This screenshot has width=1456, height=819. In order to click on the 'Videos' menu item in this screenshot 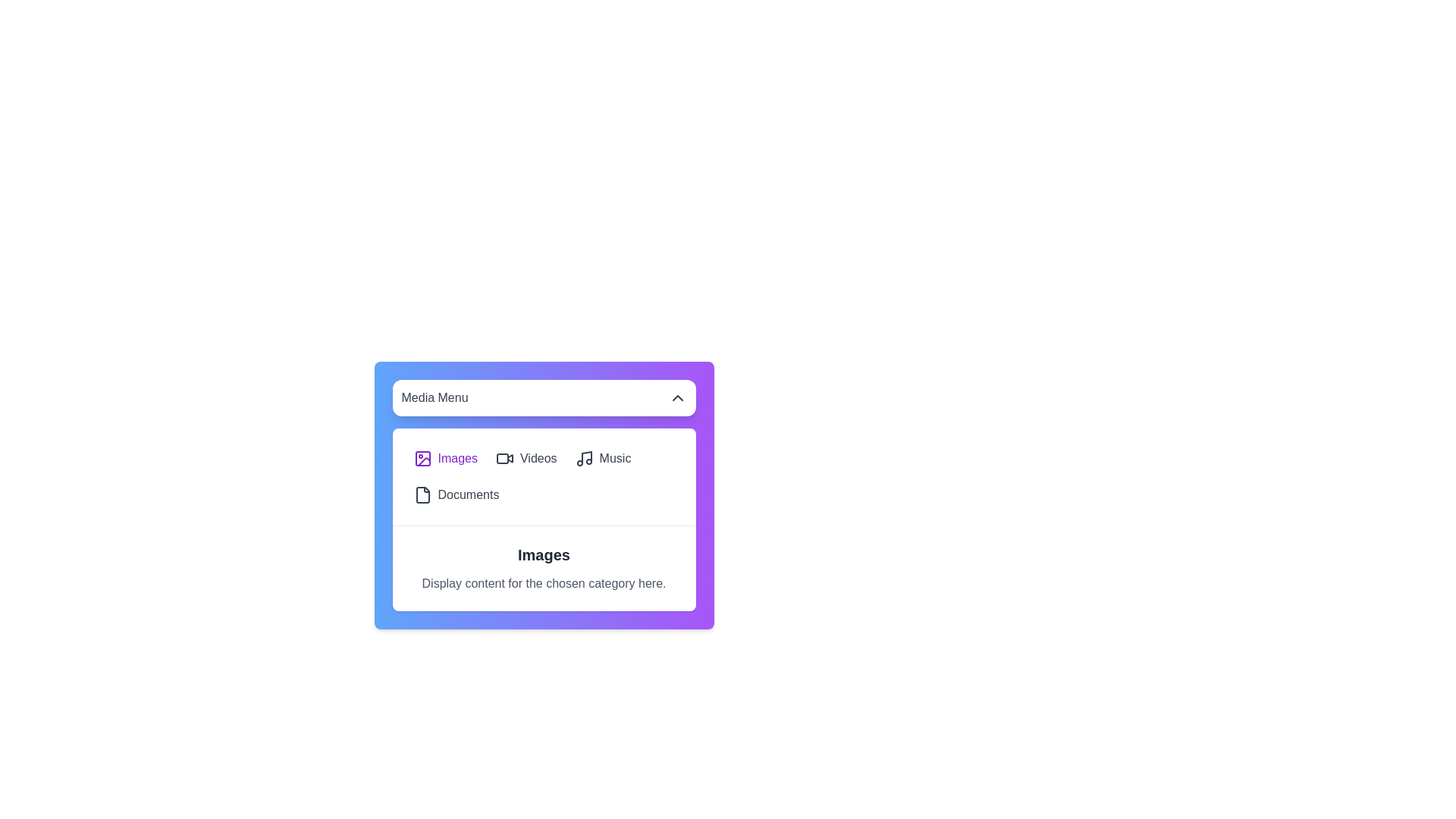, I will do `click(526, 458)`.